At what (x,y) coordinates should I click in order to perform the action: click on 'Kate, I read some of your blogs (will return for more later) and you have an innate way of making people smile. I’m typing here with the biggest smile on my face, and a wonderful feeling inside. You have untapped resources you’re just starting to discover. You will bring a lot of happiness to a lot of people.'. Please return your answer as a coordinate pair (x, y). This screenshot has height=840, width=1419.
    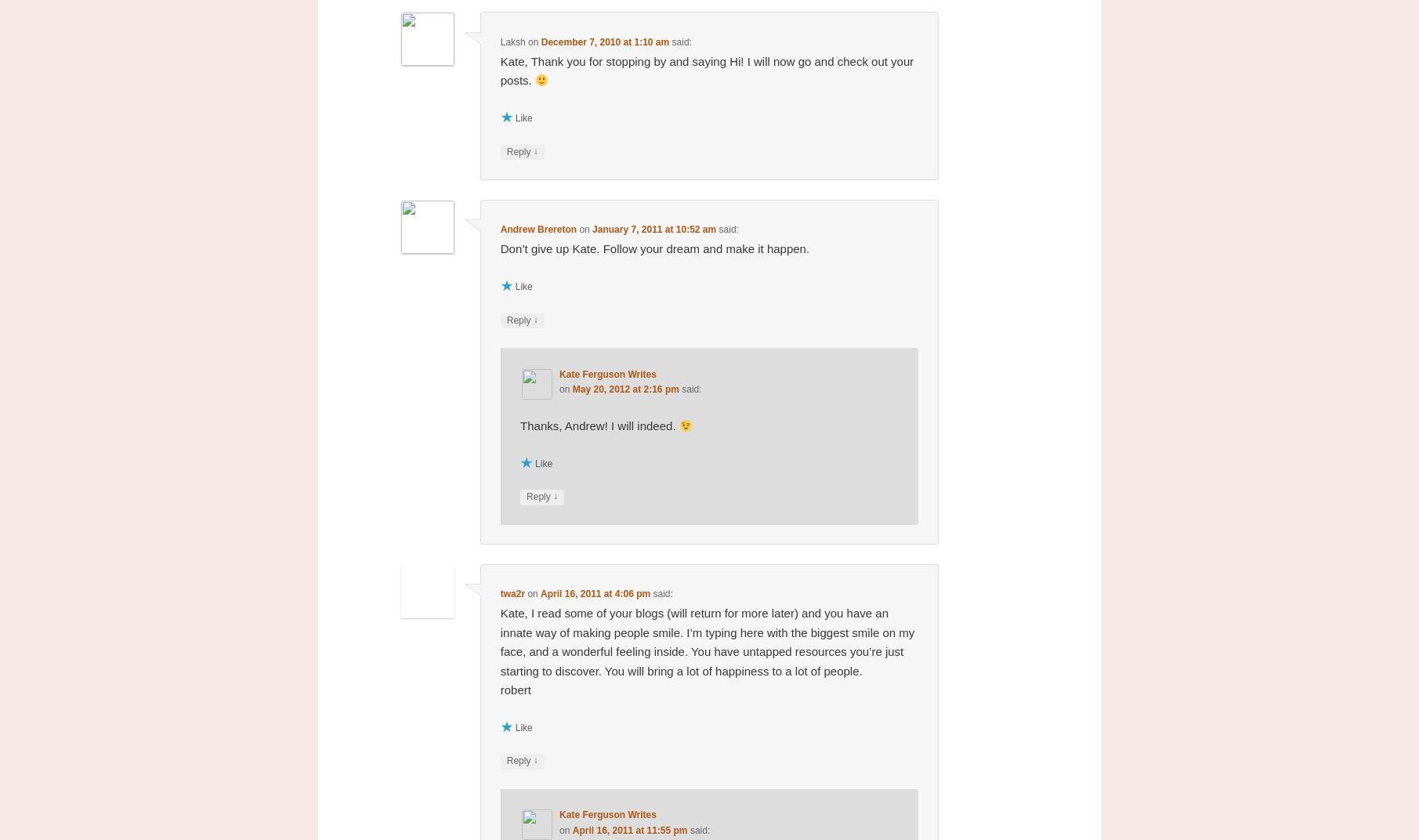
    Looking at the image, I should click on (707, 641).